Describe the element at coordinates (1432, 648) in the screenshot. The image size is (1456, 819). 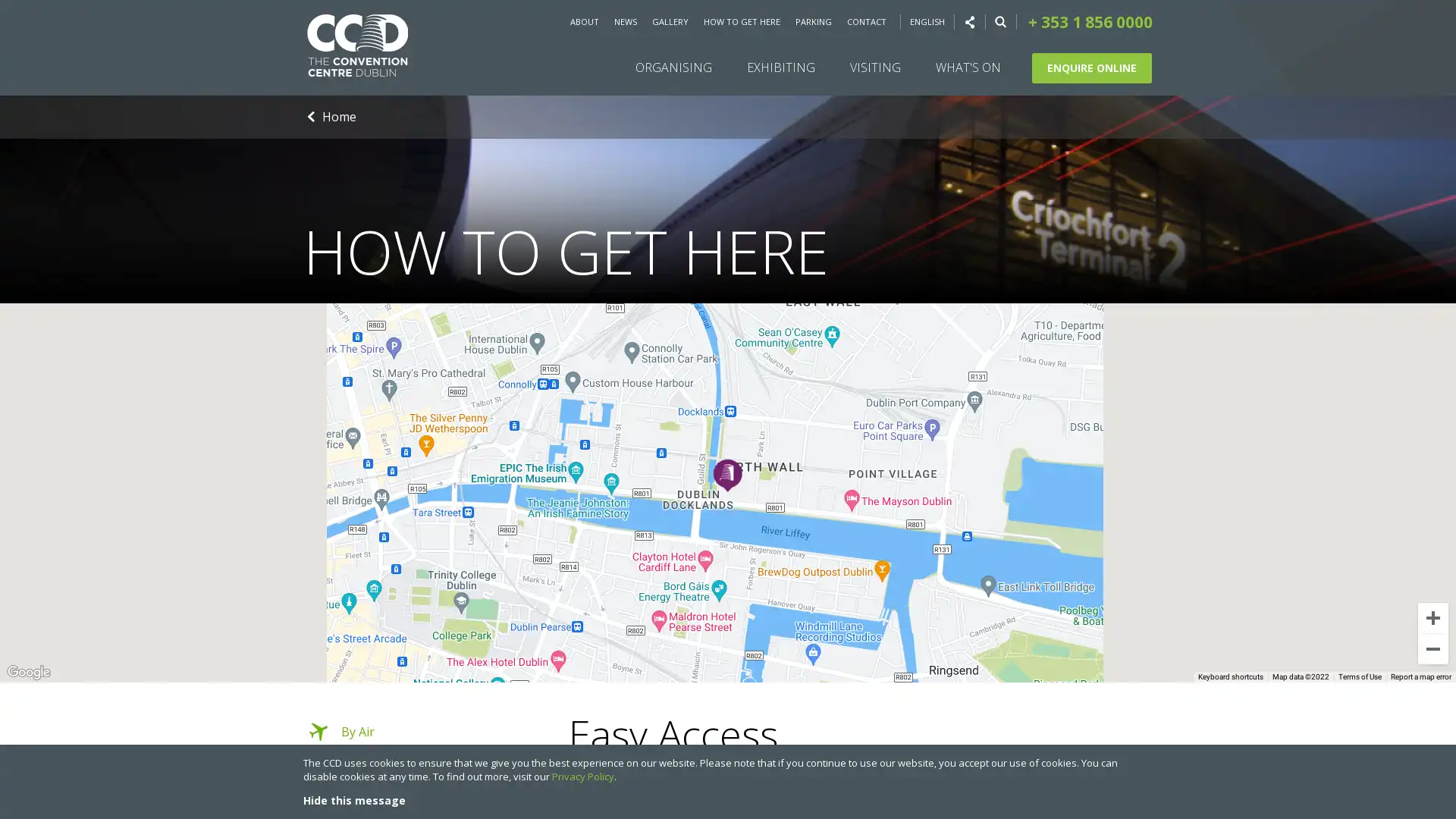
I see `Zoom out` at that location.